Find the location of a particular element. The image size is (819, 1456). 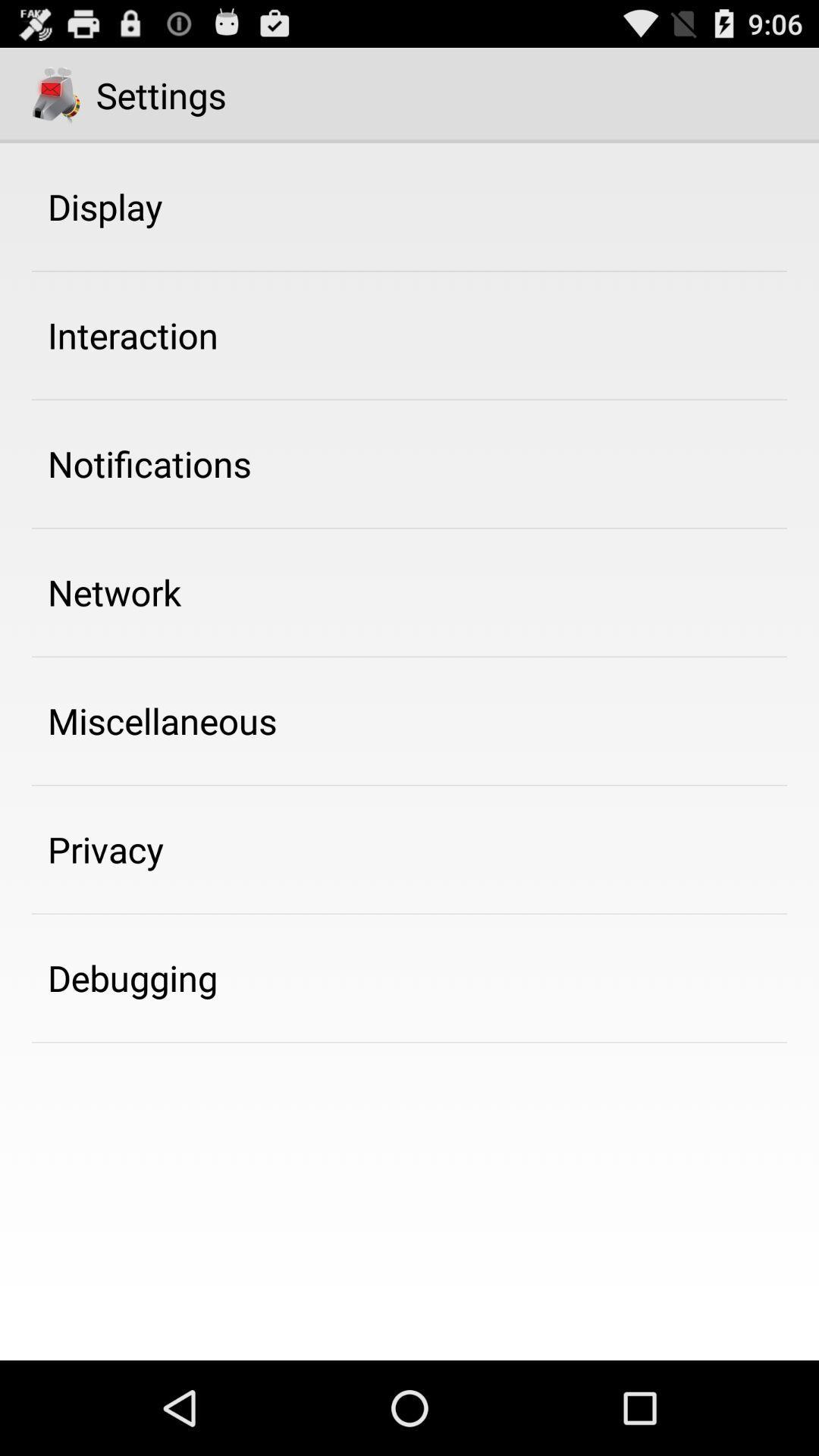

the display item is located at coordinates (104, 206).